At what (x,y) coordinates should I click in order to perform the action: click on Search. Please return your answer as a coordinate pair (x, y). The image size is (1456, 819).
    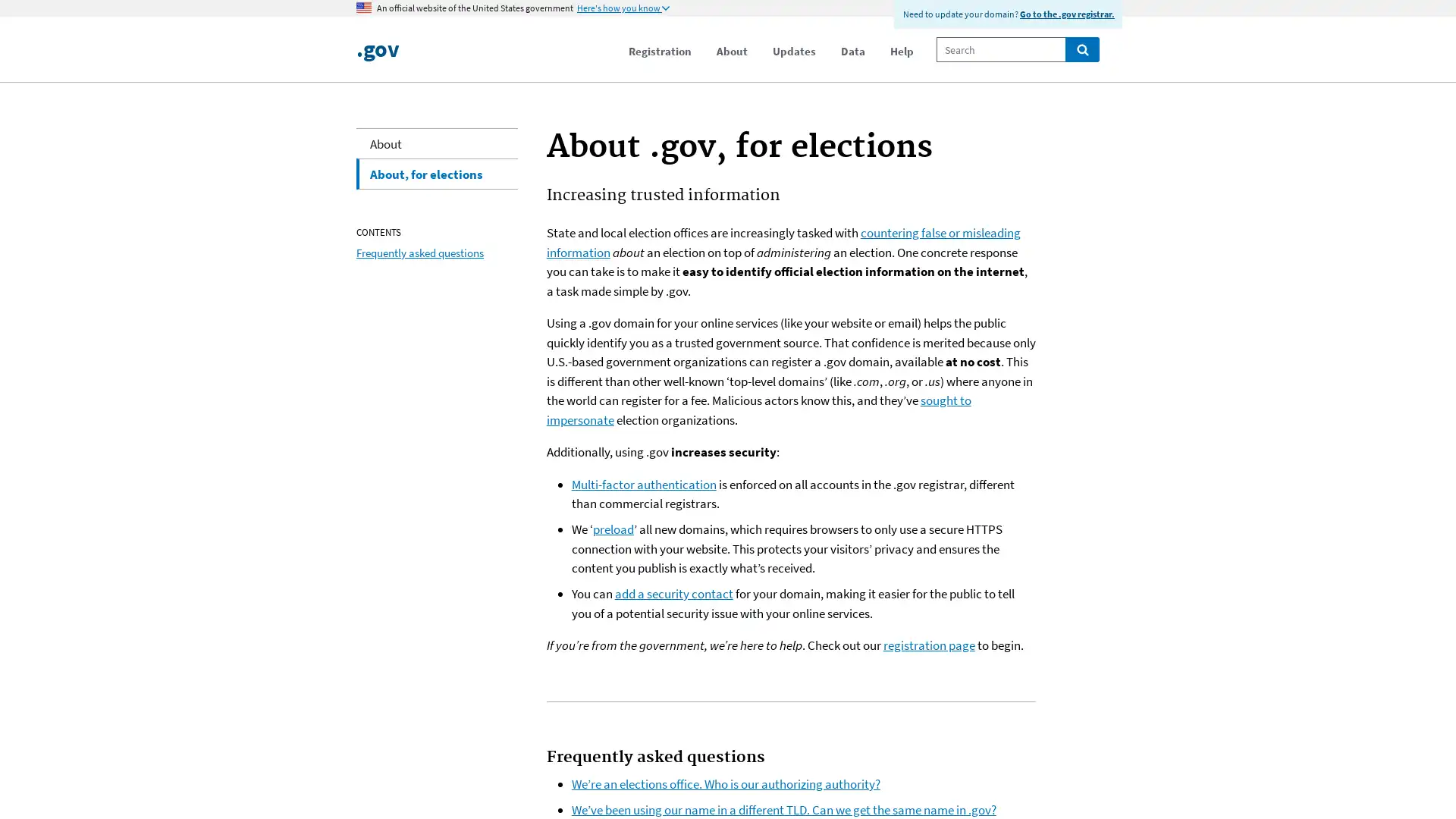
    Looking at the image, I should click on (1081, 49).